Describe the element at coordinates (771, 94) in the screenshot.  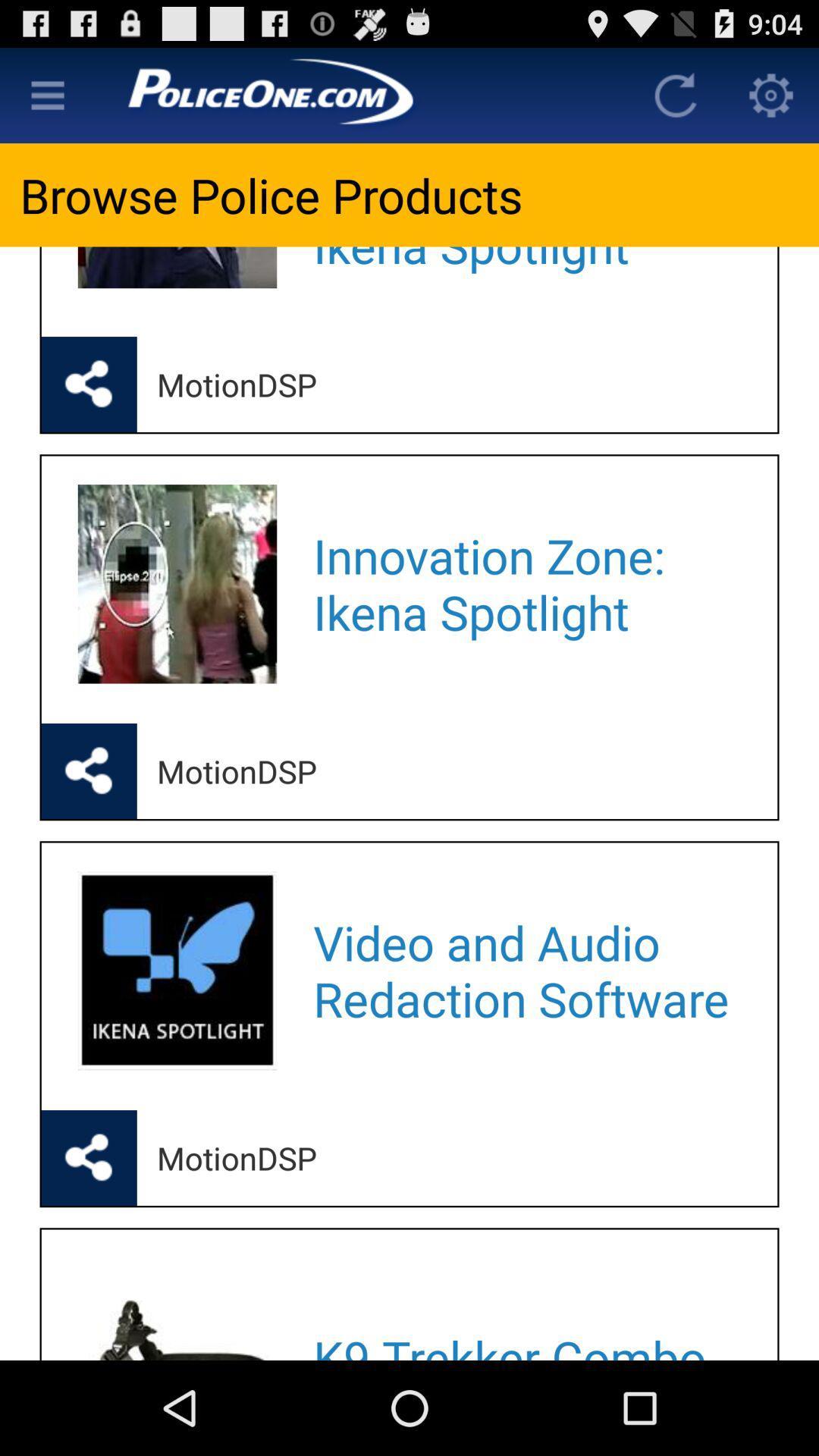
I see `loads settings` at that location.